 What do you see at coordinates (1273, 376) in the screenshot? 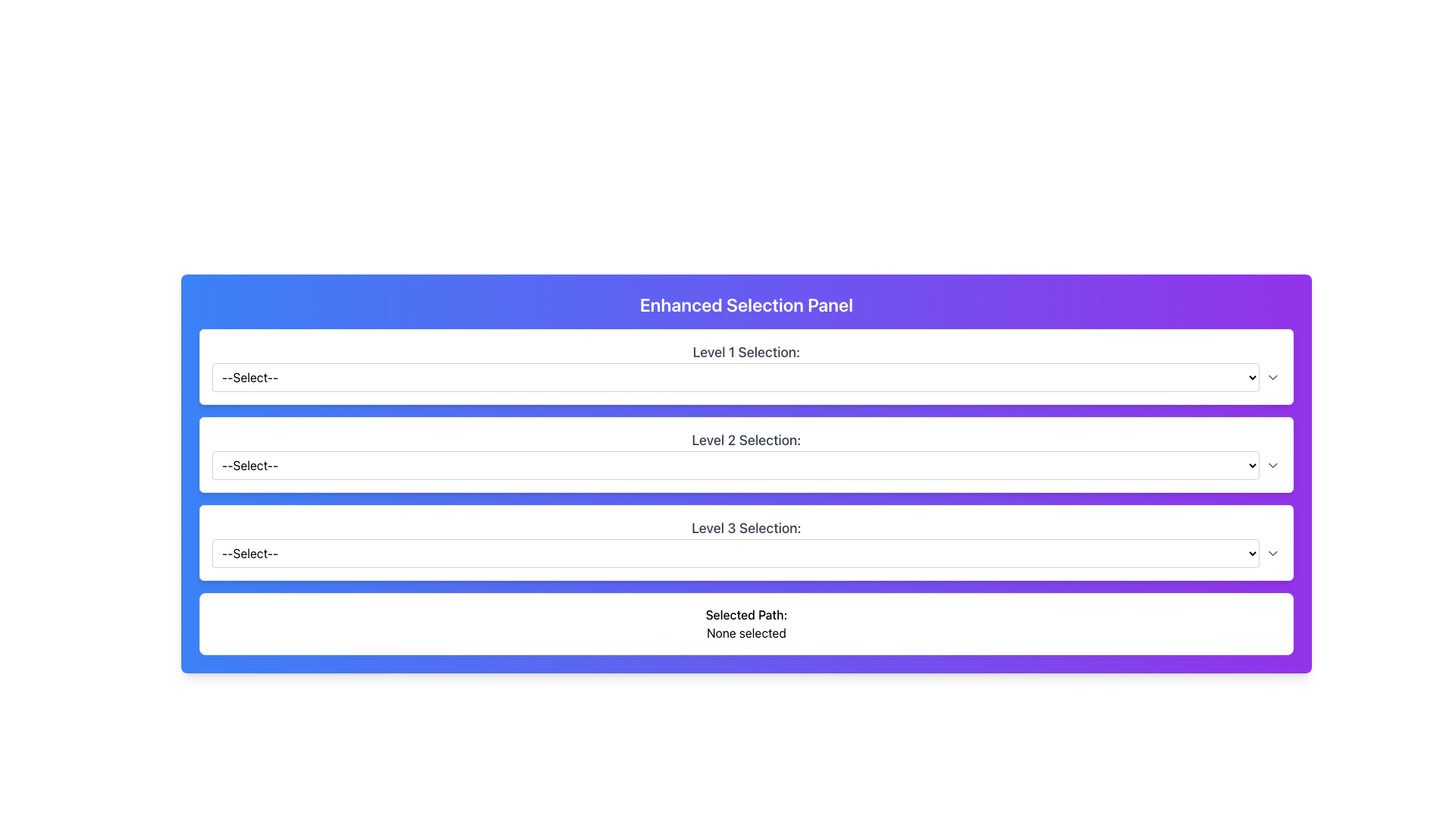
I see `the icon button located on the right side of the first selection dropdown within the 'Level 1 Selection:' panel` at bounding box center [1273, 376].